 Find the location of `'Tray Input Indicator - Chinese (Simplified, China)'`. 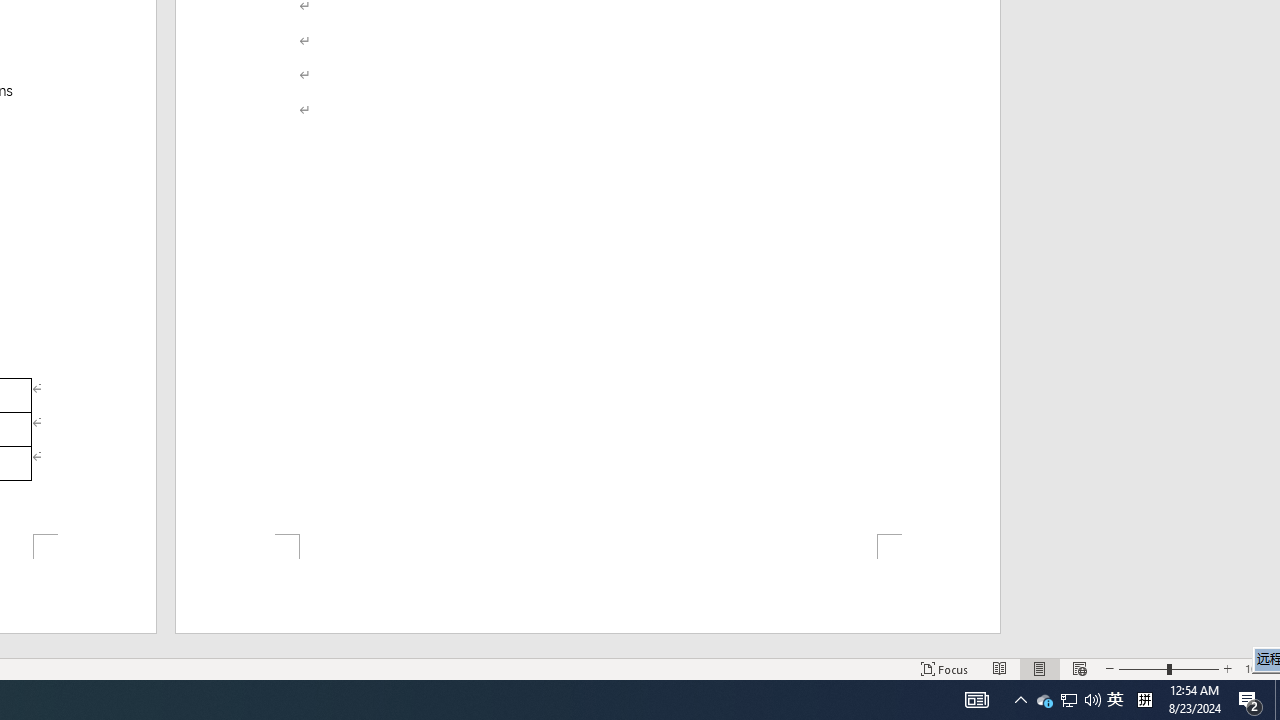

'Tray Input Indicator - Chinese (Simplified, China)' is located at coordinates (1144, 698).